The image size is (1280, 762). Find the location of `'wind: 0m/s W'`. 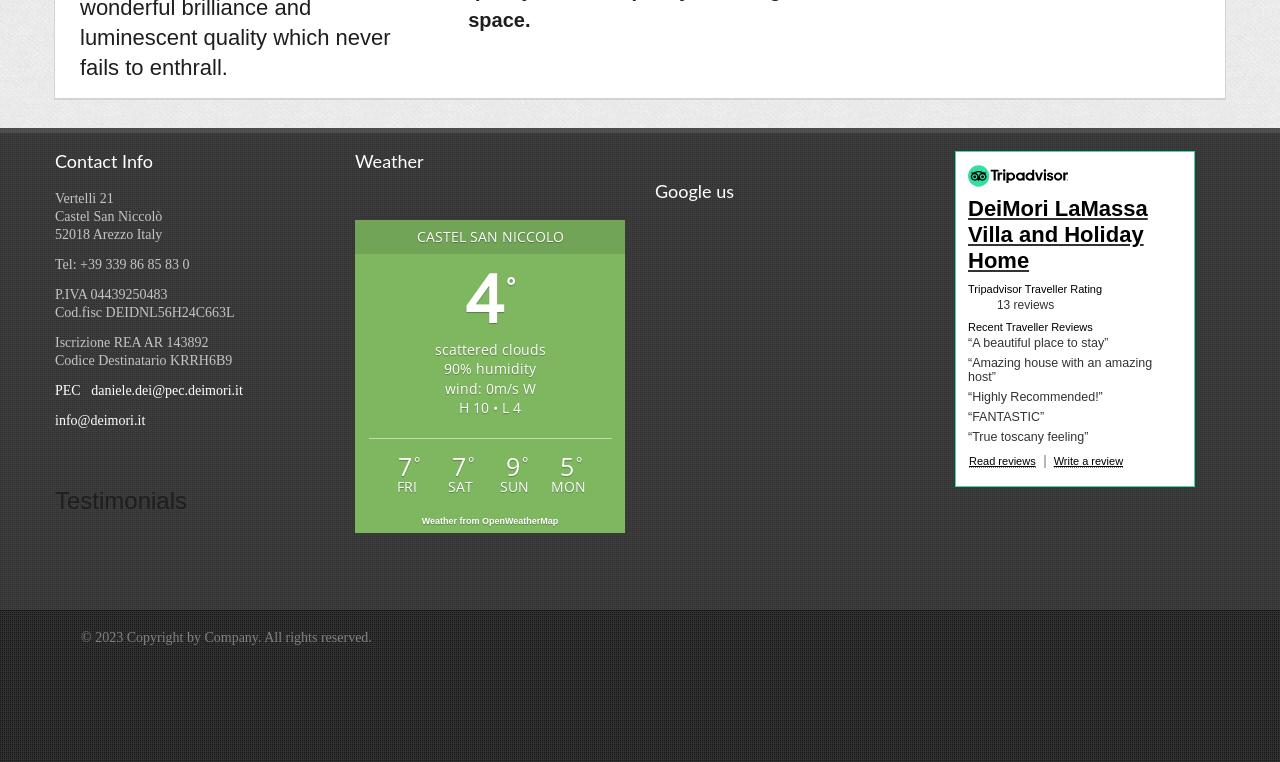

'wind: 0m/s W' is located at coordinates (443, 386).